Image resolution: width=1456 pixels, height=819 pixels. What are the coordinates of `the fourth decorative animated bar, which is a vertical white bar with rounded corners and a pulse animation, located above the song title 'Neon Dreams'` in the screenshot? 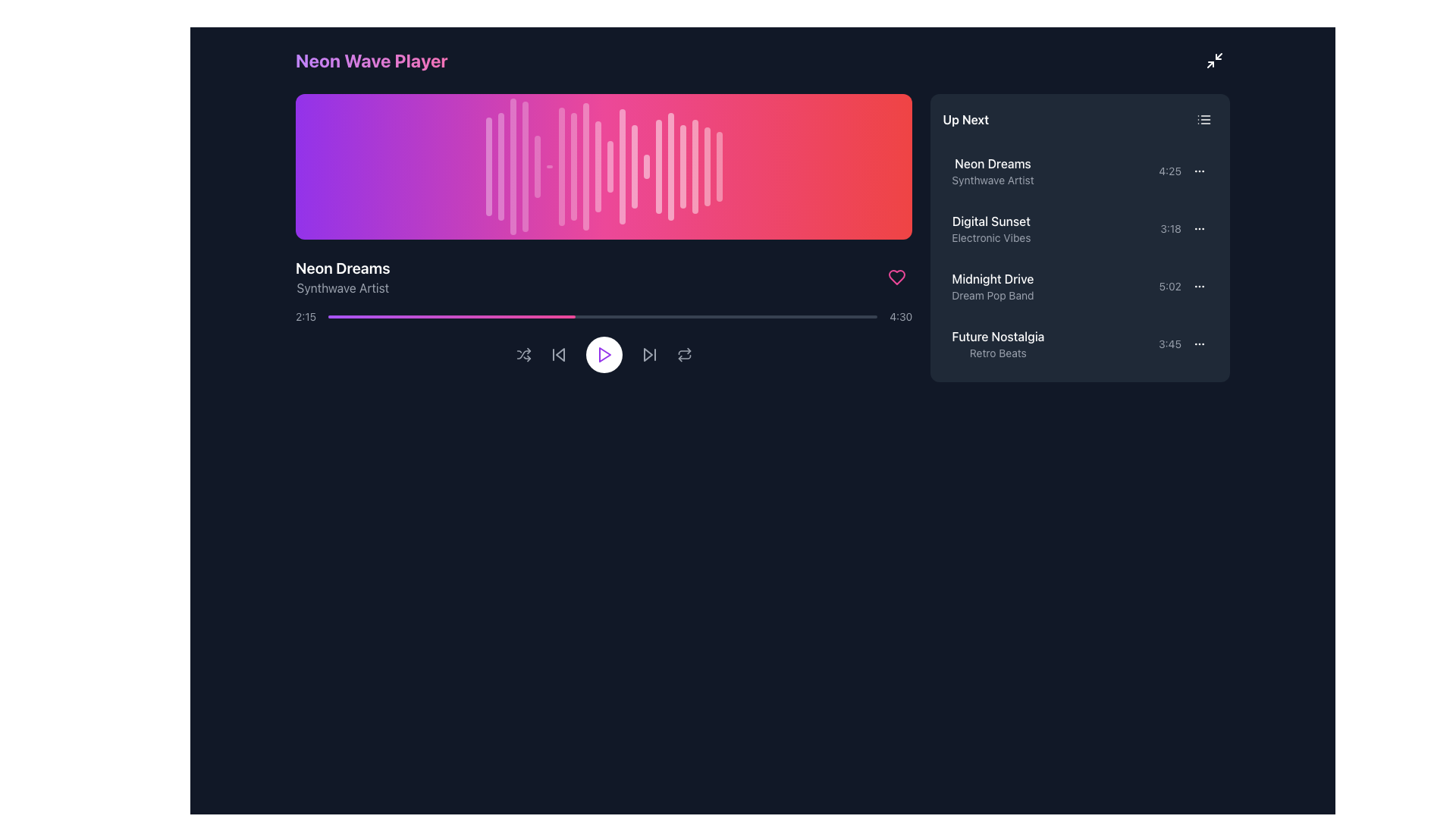 It's located at (525, 166).